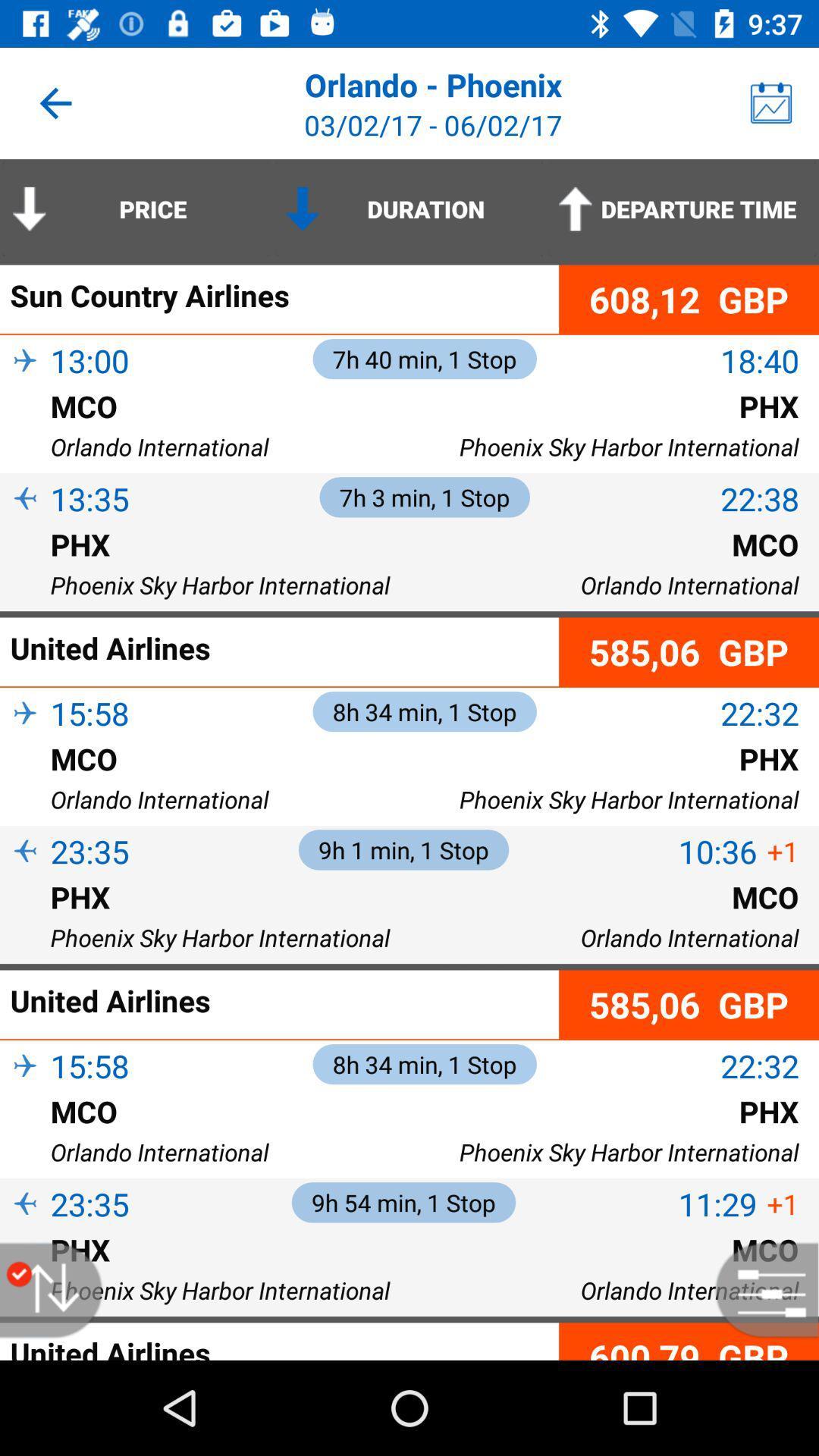  I want to click on scroll page, so click(58, 1289).